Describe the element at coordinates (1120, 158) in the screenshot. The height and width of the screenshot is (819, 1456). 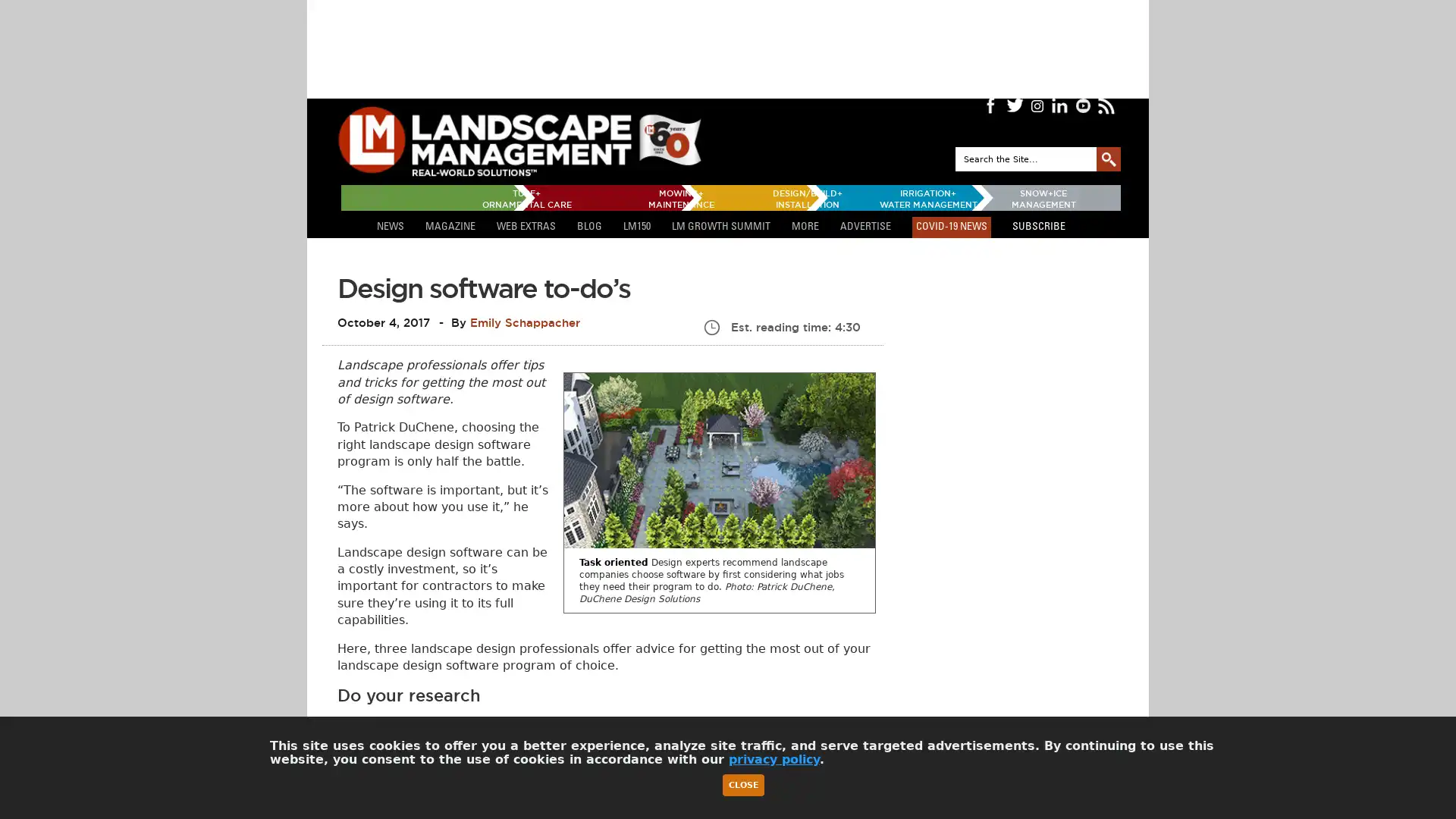
I see `GO` at that location.